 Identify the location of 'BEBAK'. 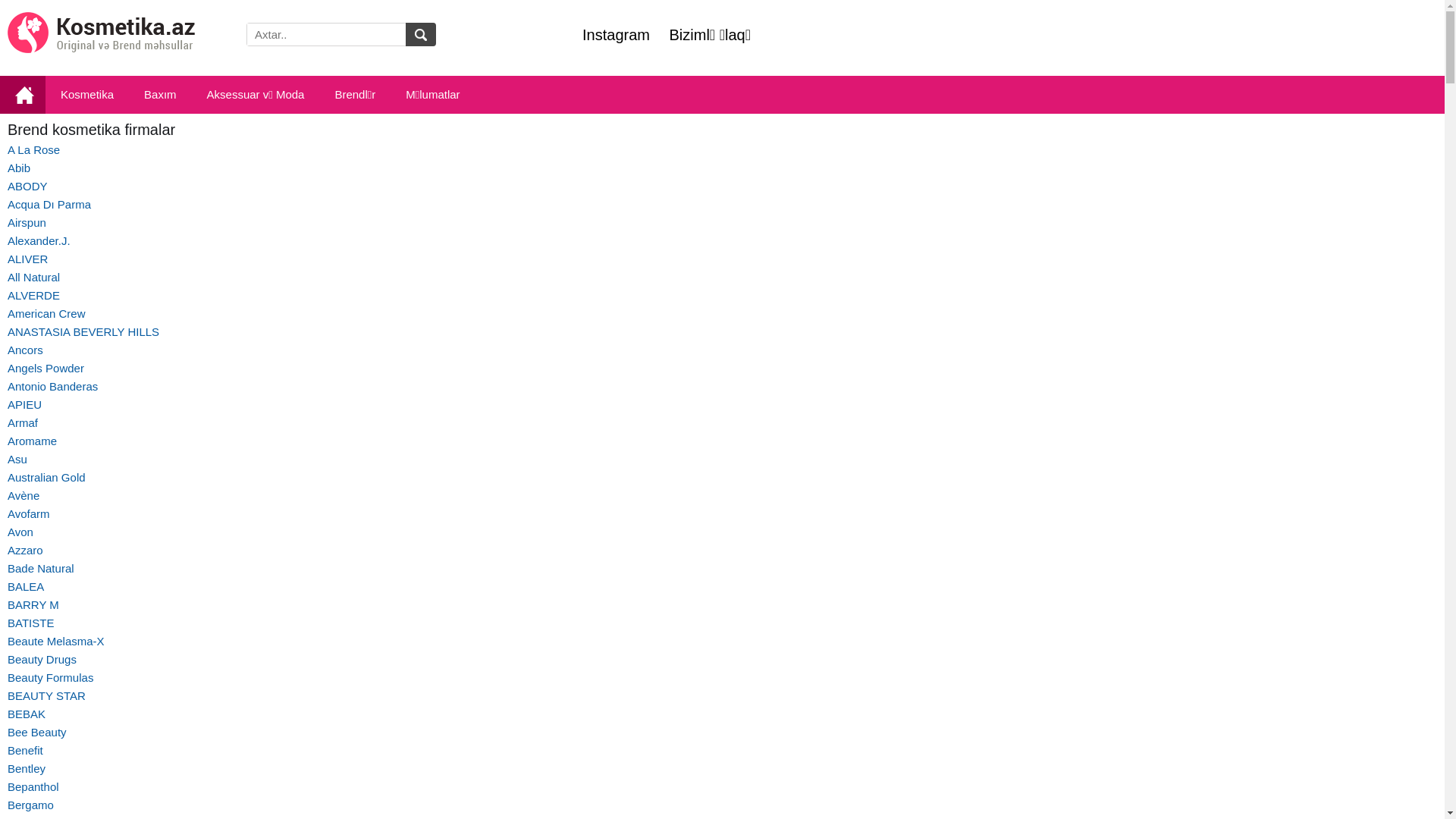
(26, 714).